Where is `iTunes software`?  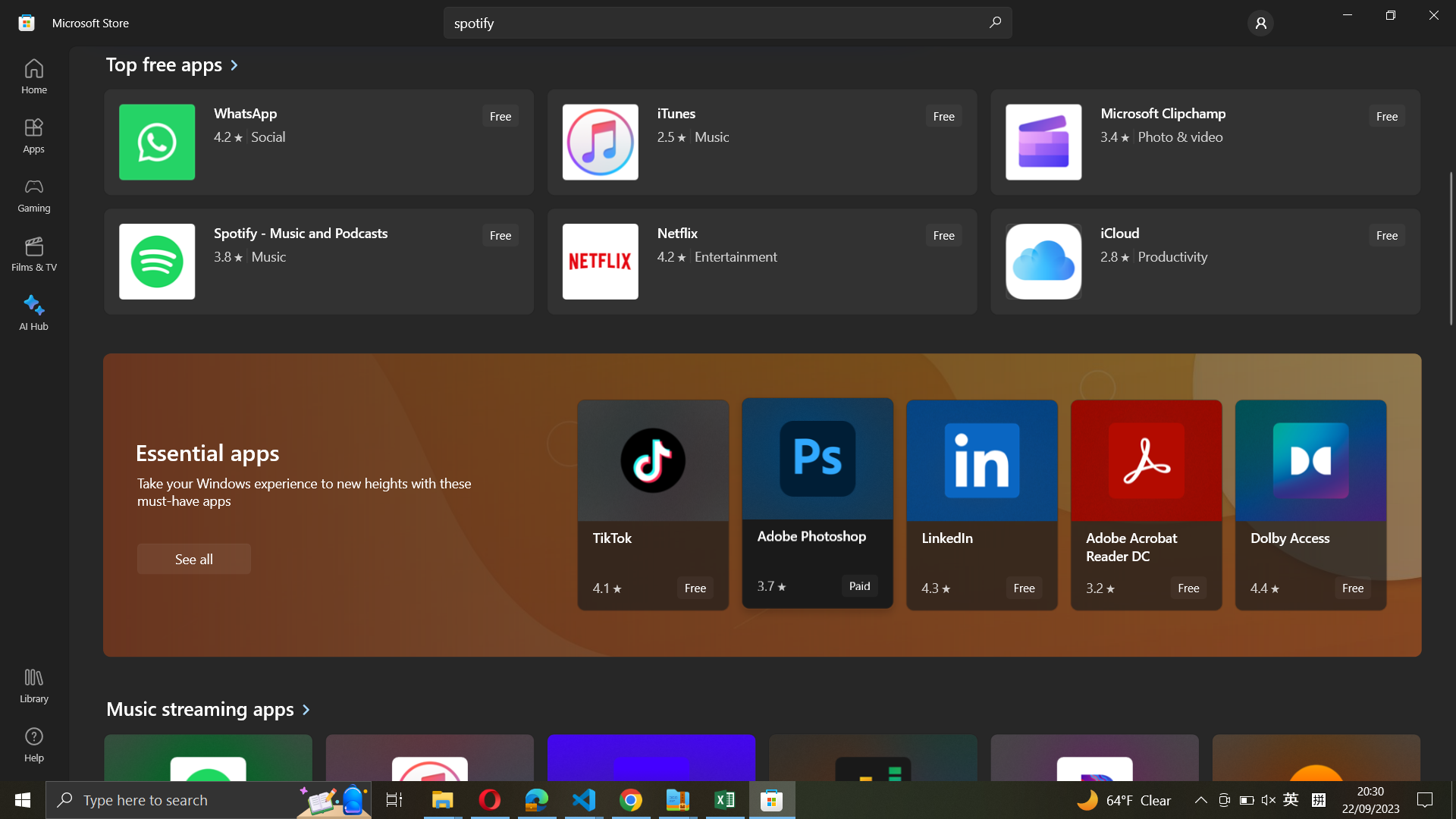
iTunes software is located at coordinates (760, 143).